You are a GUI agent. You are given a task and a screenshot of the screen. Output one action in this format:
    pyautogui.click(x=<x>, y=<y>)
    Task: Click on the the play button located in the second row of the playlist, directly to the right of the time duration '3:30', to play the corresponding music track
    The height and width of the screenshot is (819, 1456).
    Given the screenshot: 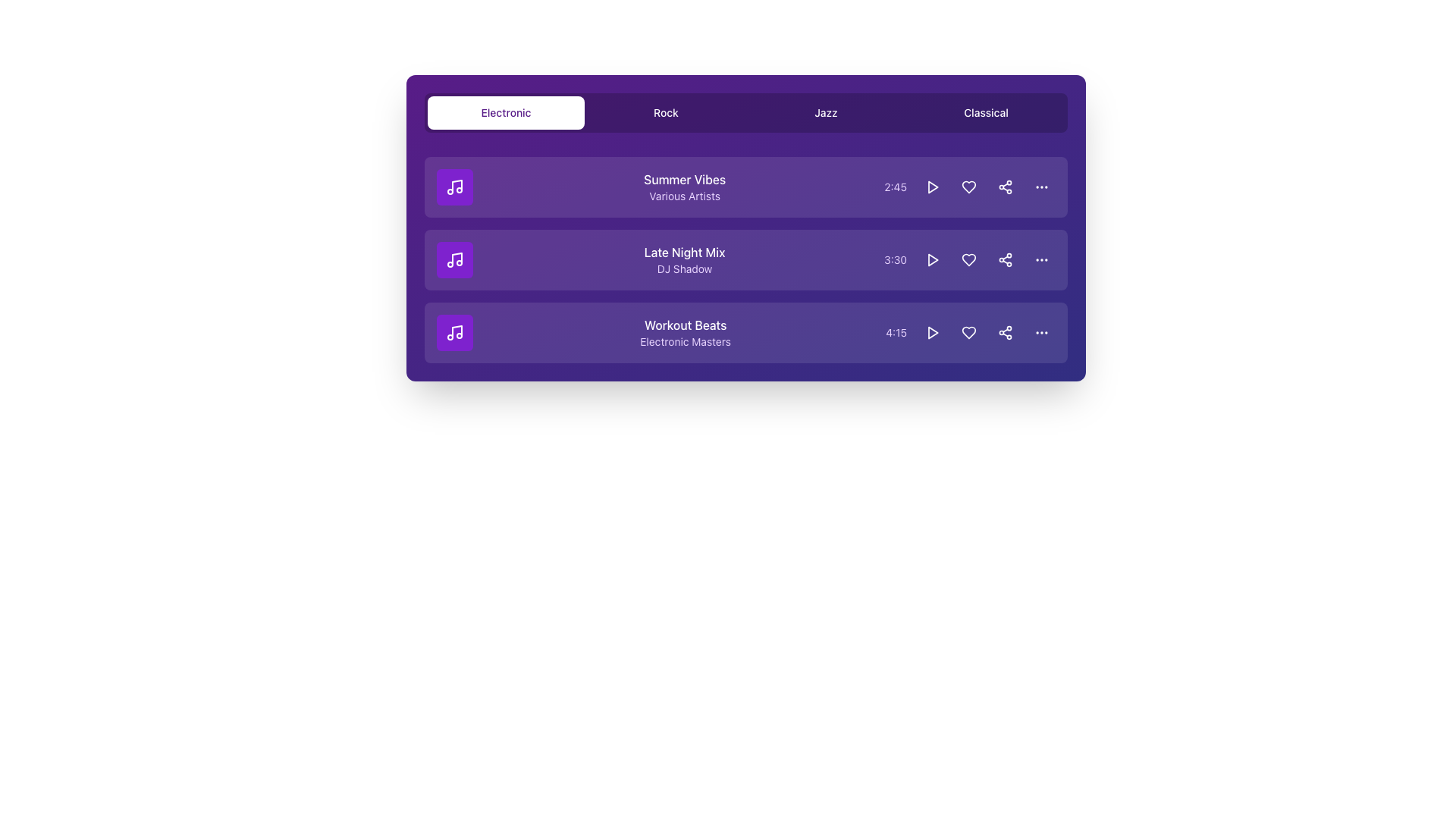 What is the action you would take?
    pyautogui.click(x=931, y=186)
    